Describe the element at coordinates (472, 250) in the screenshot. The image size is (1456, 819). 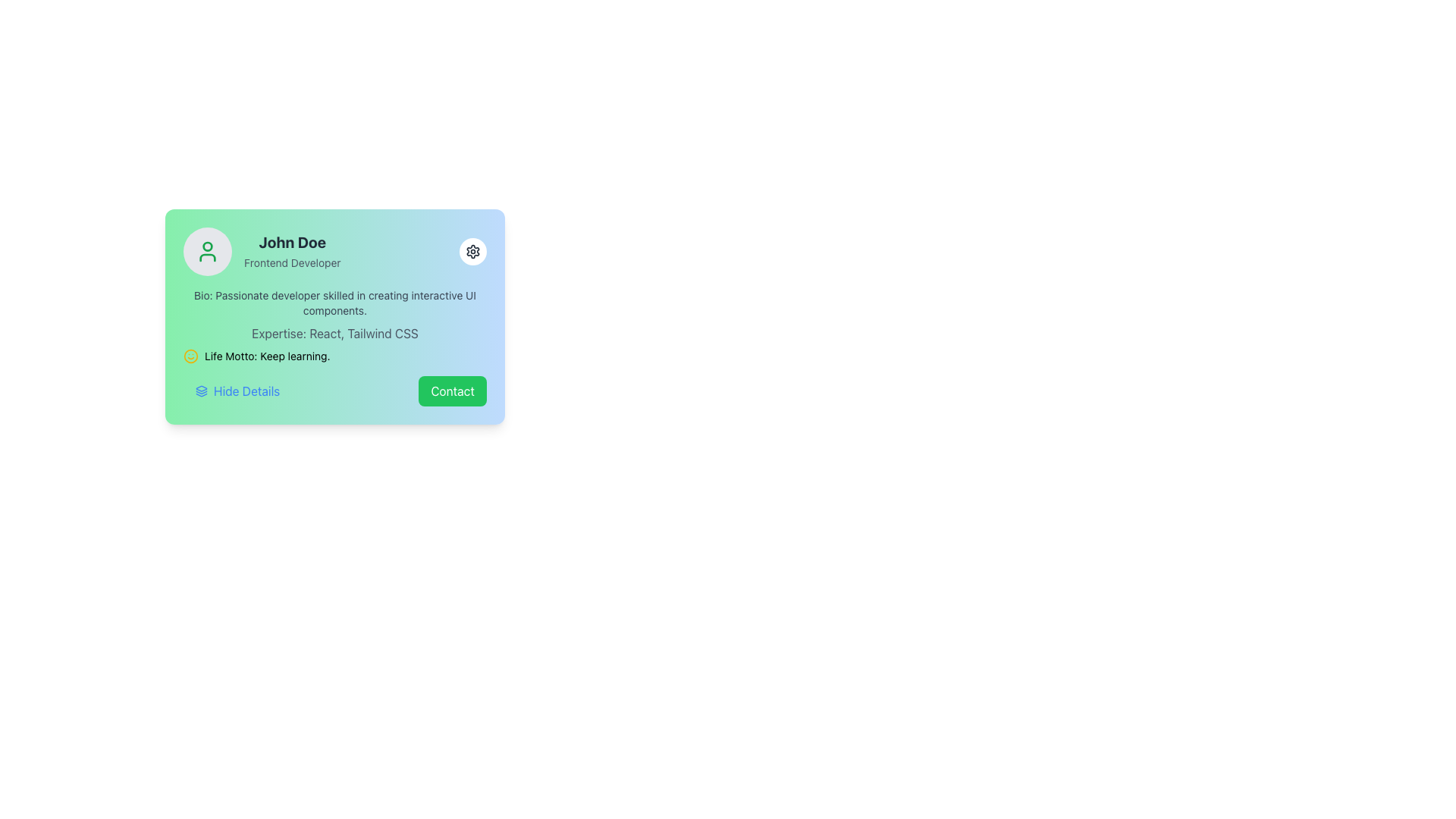
I see `the gear-shaped icon located in the top-right corner of the user profile card containing 'John Doe - Frontend Developer'` at that location.